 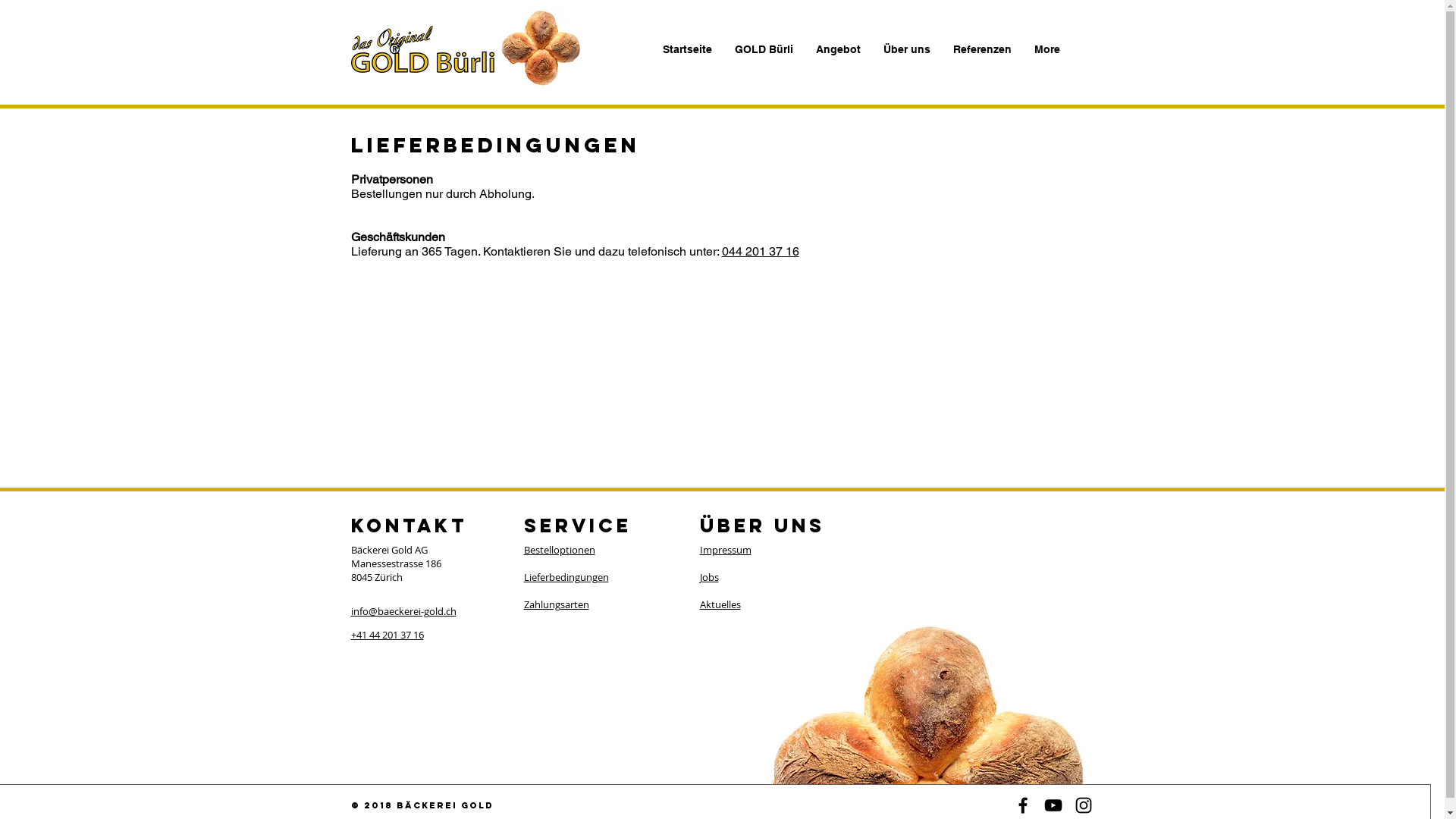 I want to click on 'Aktuelles', so click(x=698, y=604).